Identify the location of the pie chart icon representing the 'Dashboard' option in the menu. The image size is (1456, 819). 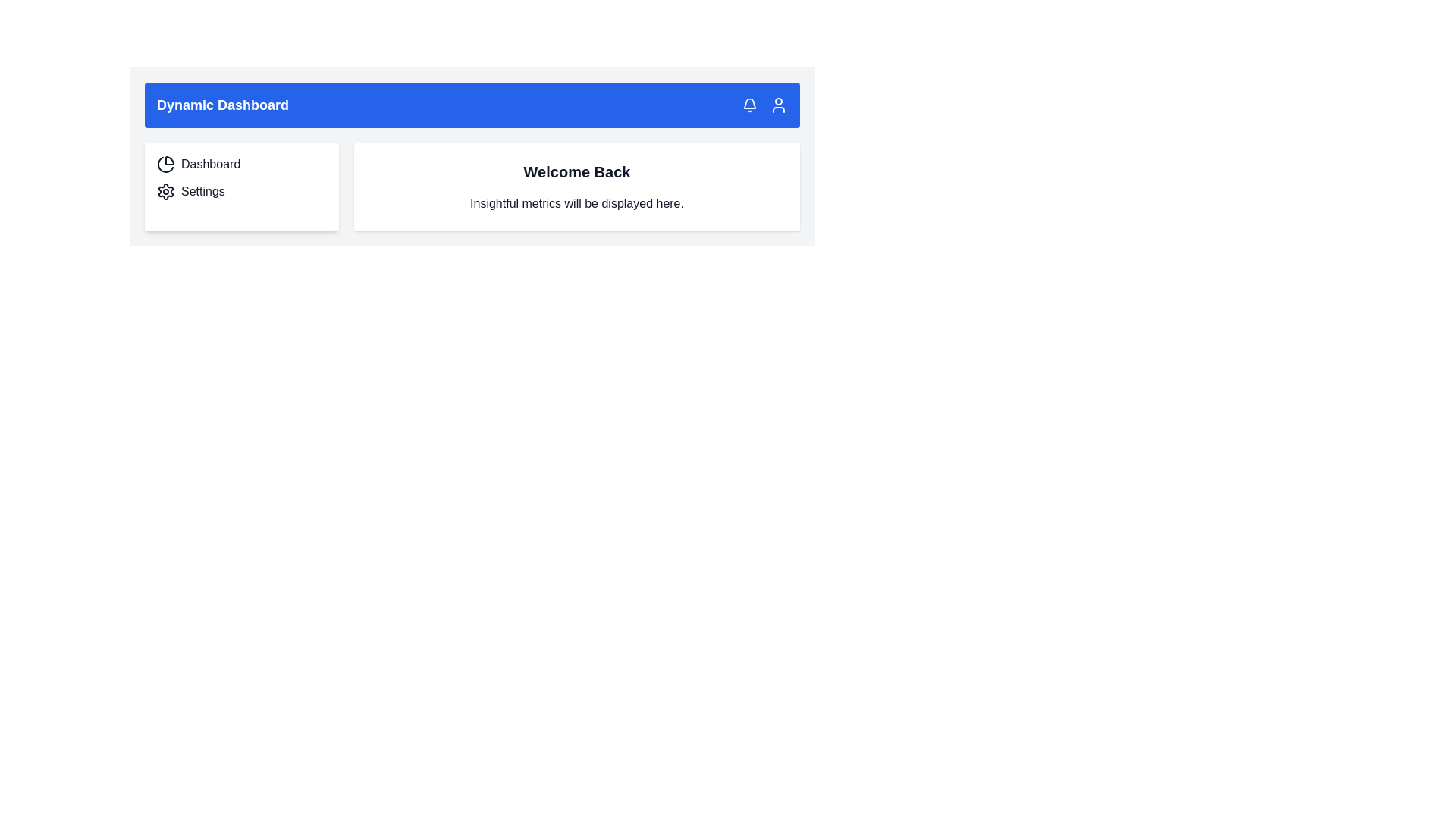
(165, 165).